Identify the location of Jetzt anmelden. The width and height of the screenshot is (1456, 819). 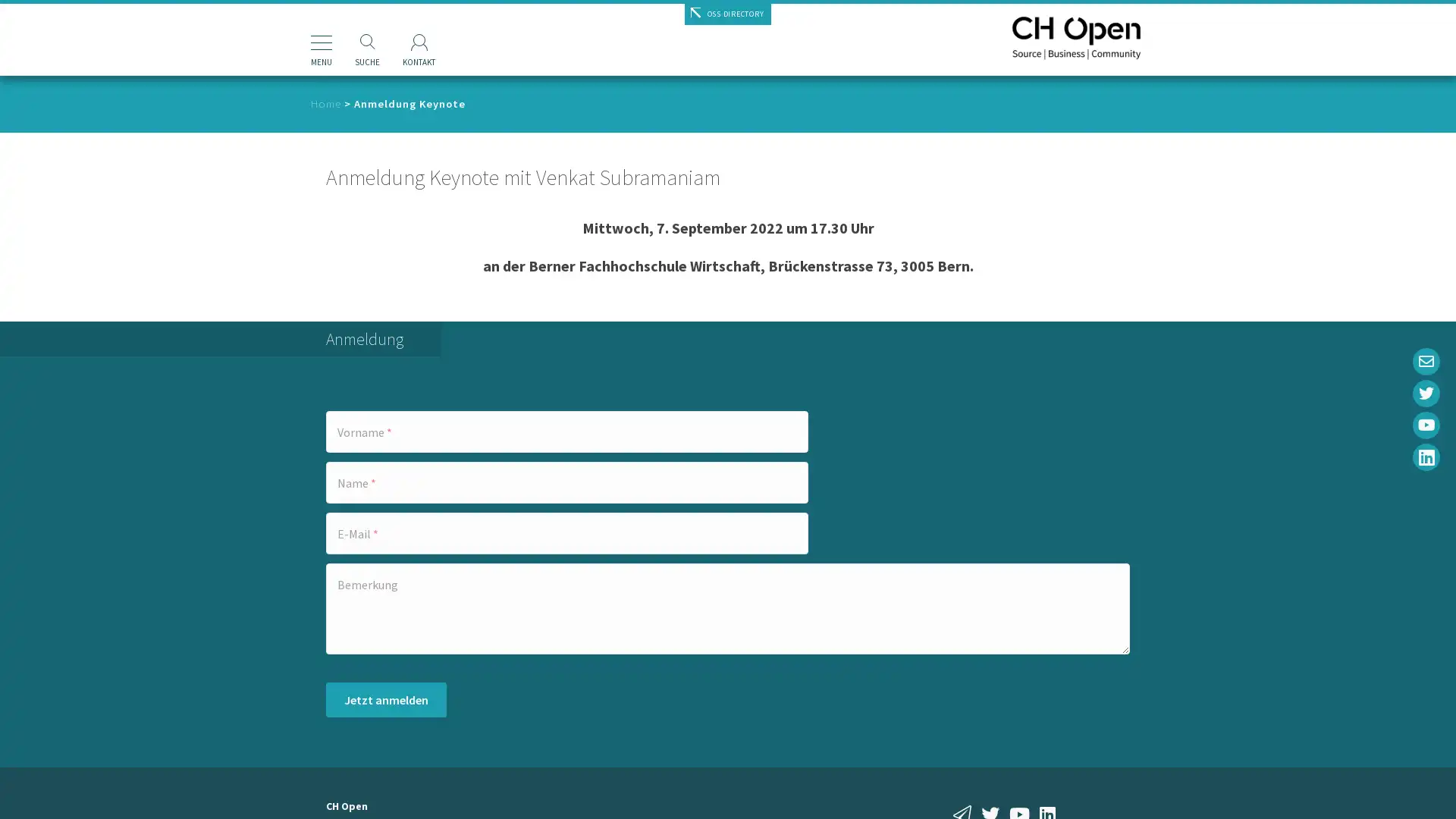
(386, 699).